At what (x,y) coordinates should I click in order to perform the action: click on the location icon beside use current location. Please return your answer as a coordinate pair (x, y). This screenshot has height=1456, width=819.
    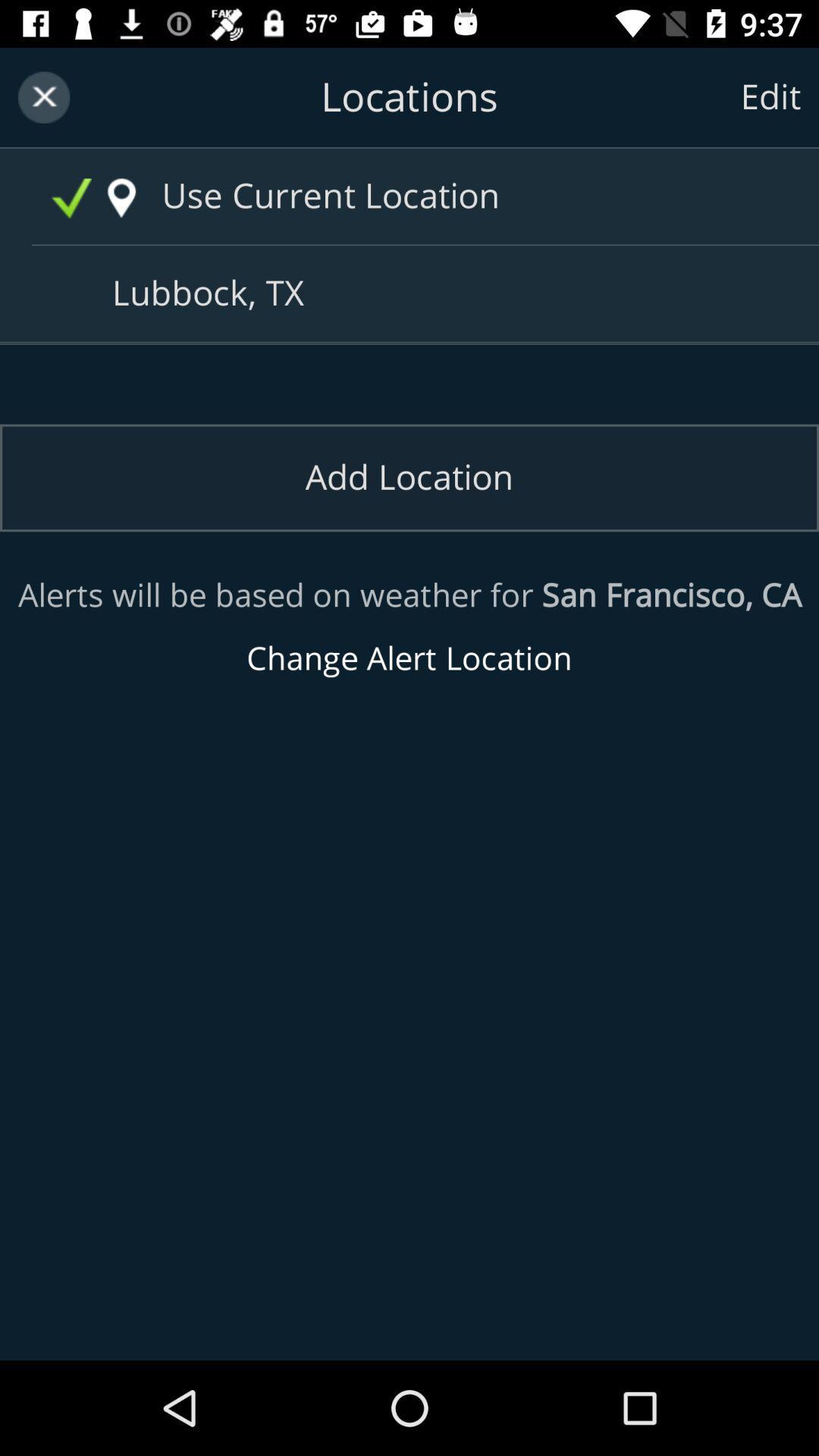
    Looking at the image, I should click on (121, 198).